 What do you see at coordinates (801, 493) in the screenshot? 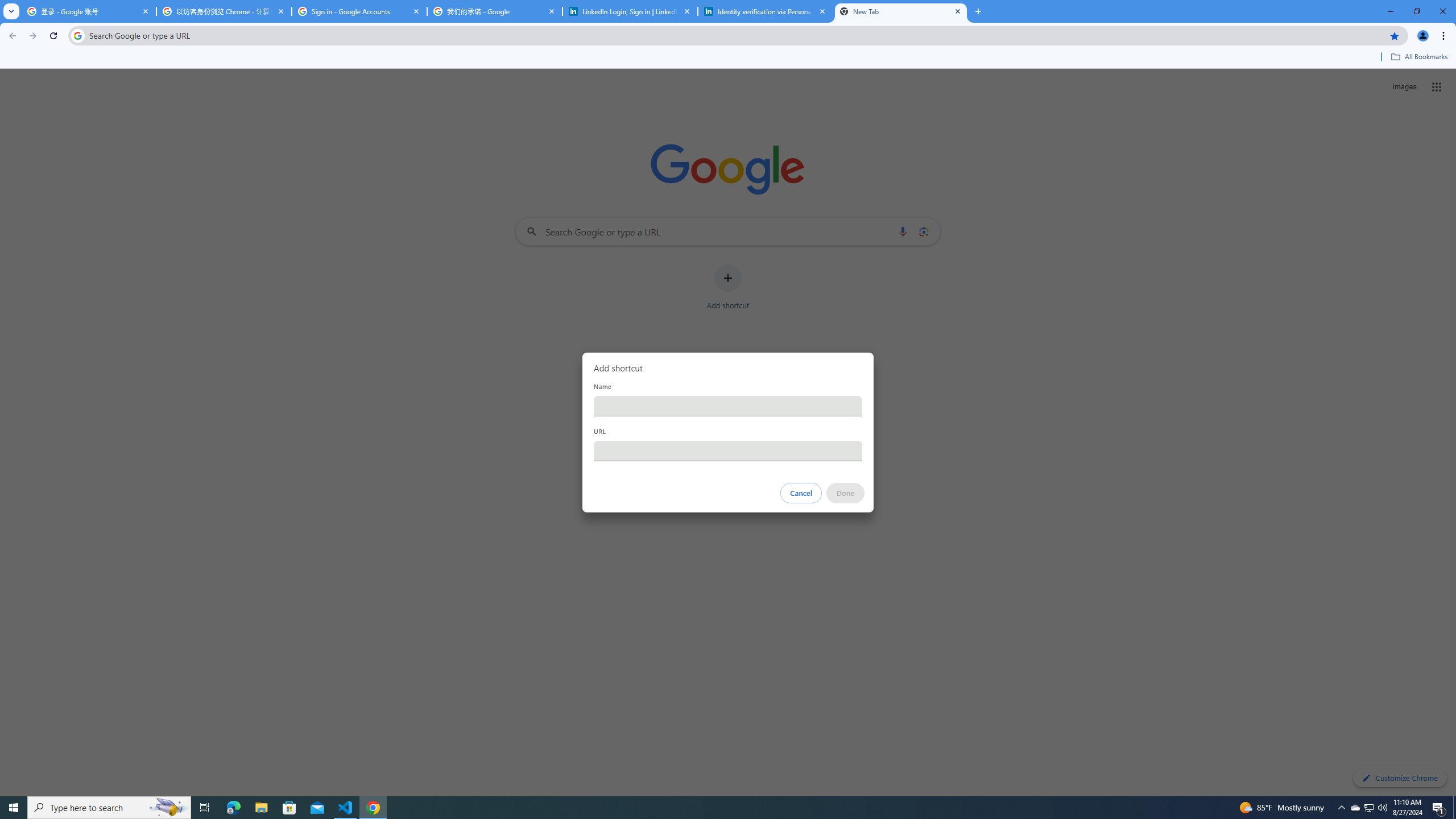
I see `'Cancel'` at bounding box center [801, 493].